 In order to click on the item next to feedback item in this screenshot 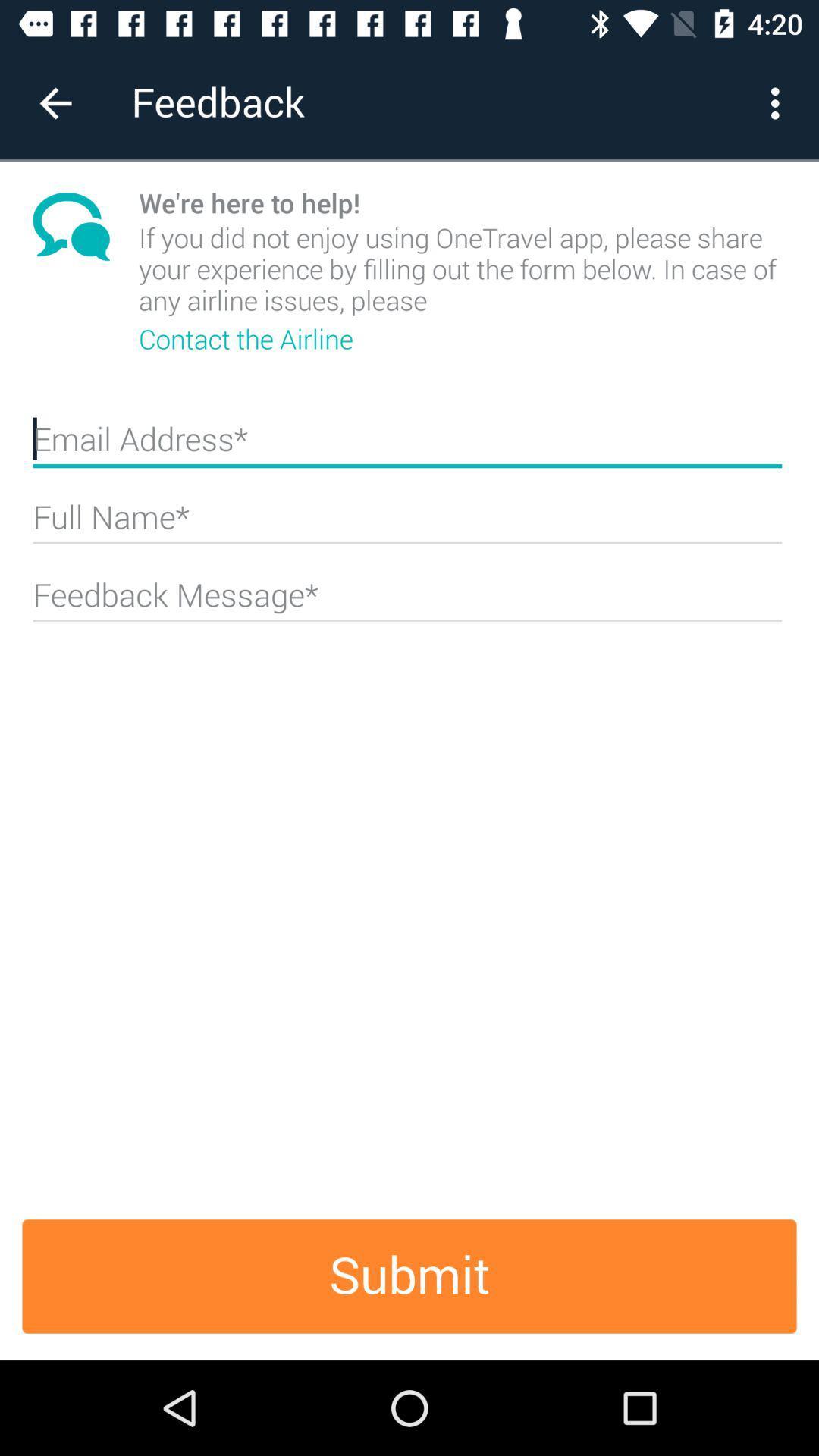, I will do `click(779, 102)`.